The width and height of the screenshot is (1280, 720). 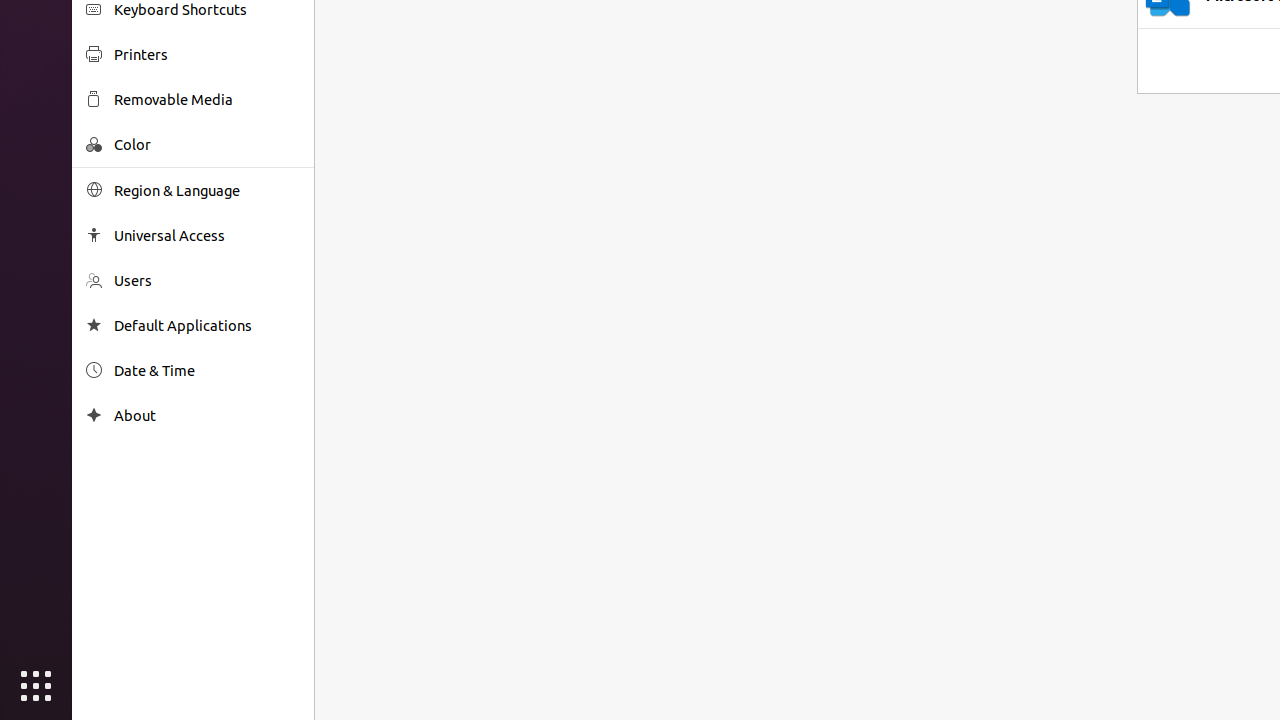 I want to click on 'Users', so click(x=206, y=280).